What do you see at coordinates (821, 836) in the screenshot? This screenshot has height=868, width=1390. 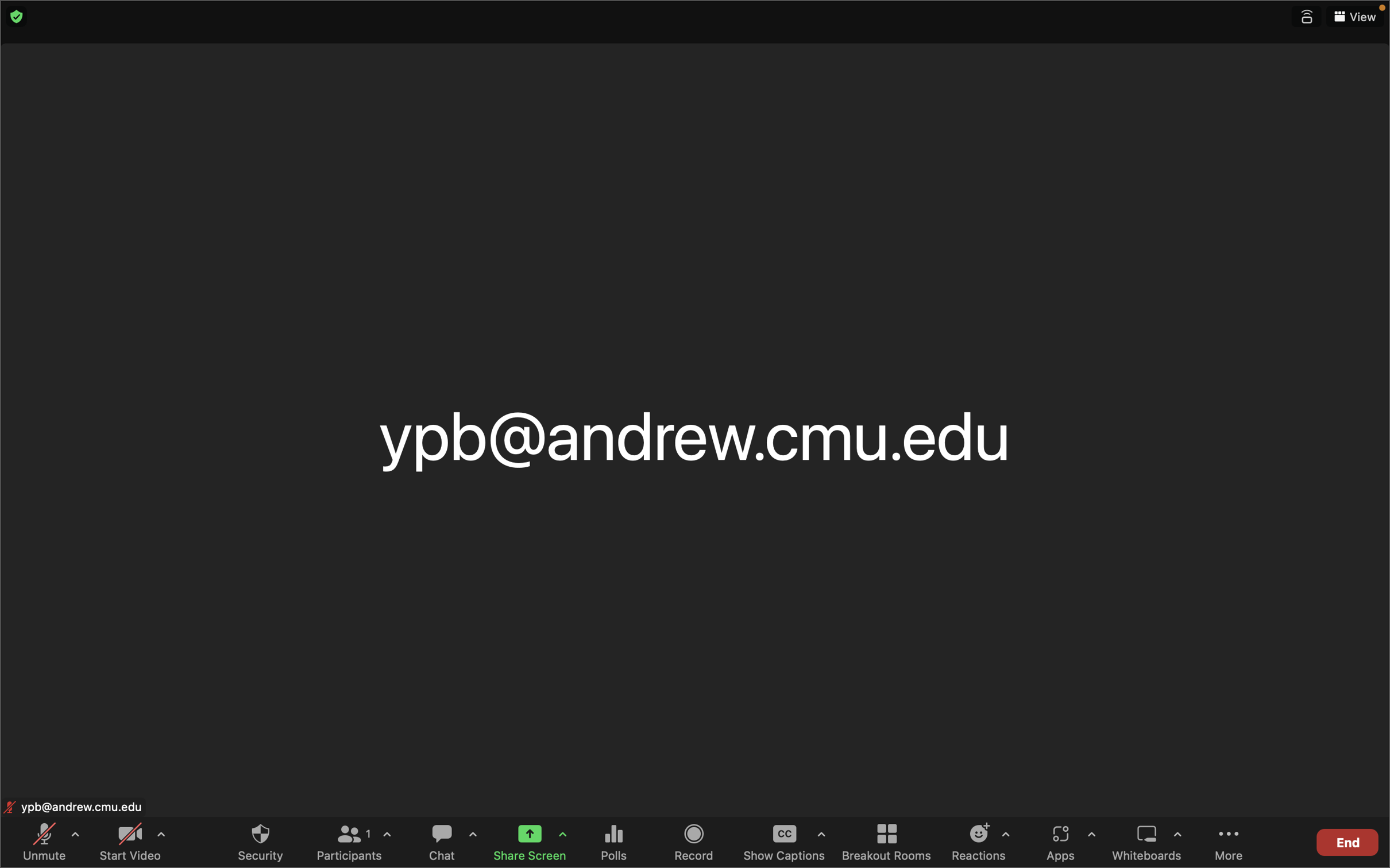 I see `the settings for closed captions` at bounding box center [821, 836].